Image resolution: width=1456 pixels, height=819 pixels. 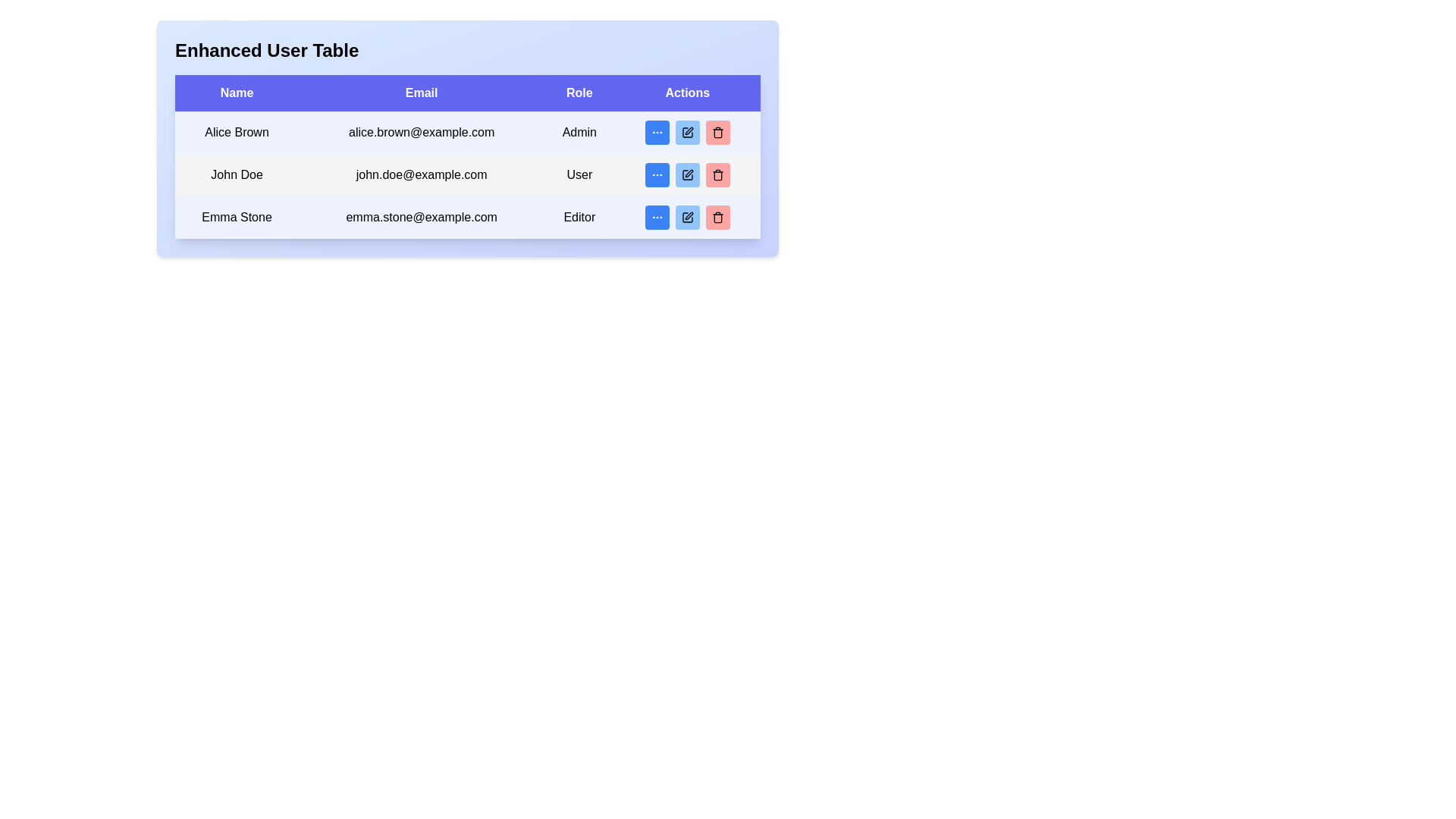 What do you see at coordinates (717, 131) in the screenshot?
I see `the pink background button with a trash can icon located` at bounding box center [717, 131].